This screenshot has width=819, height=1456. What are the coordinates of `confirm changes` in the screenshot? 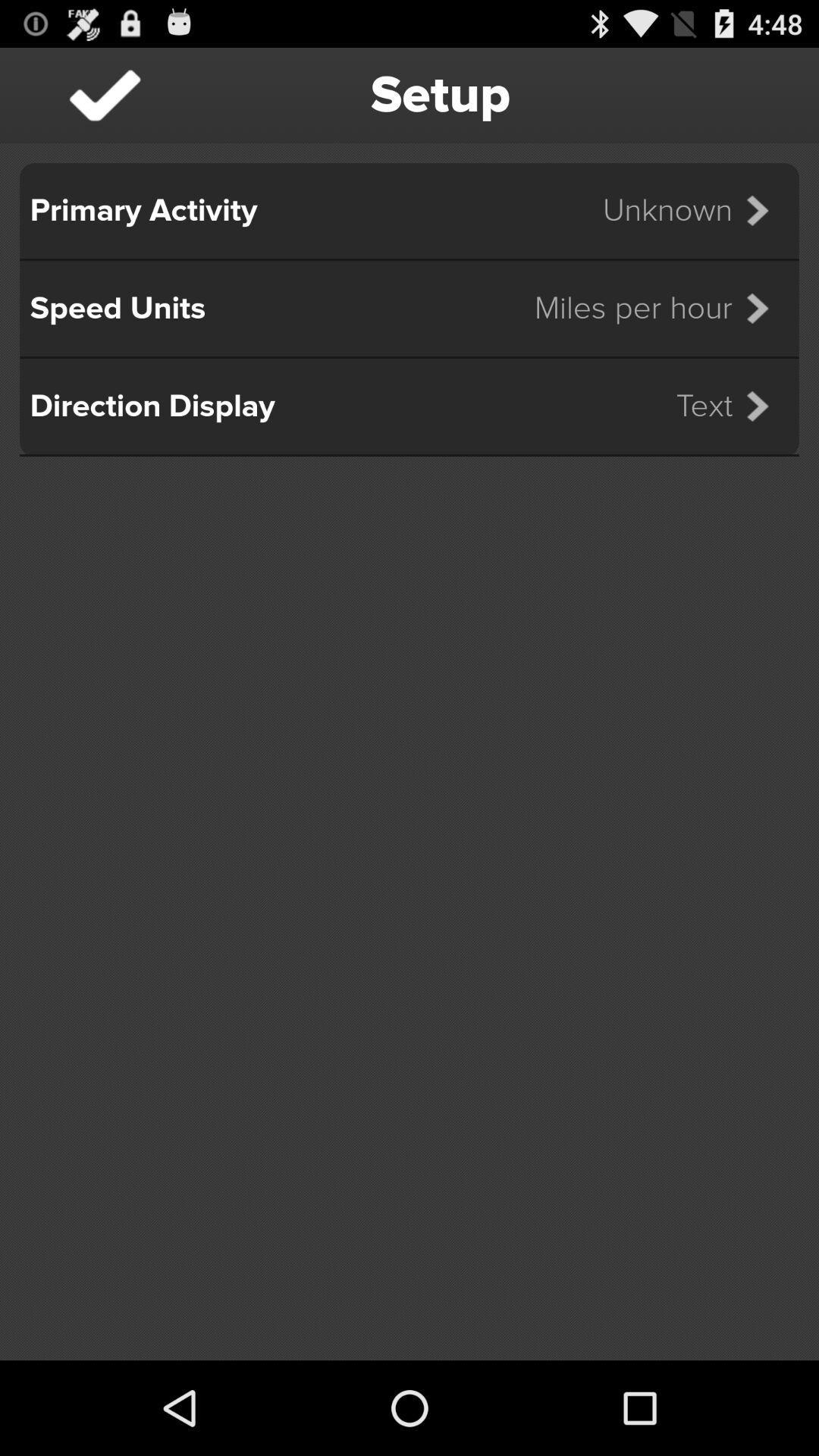 It's located at (104, 94).